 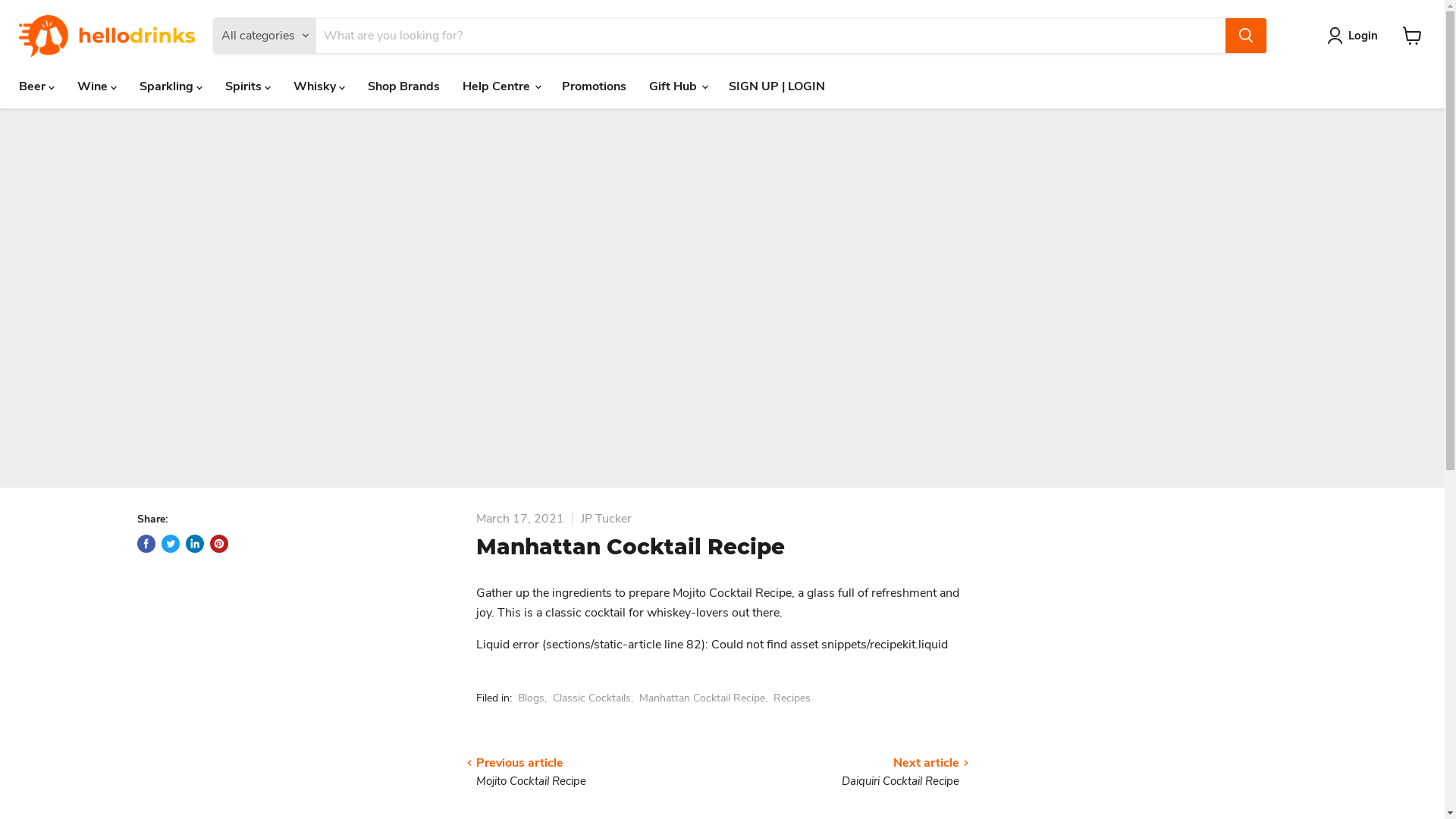 I want to click on 'Shop Brands', so click(x=356, y=86).